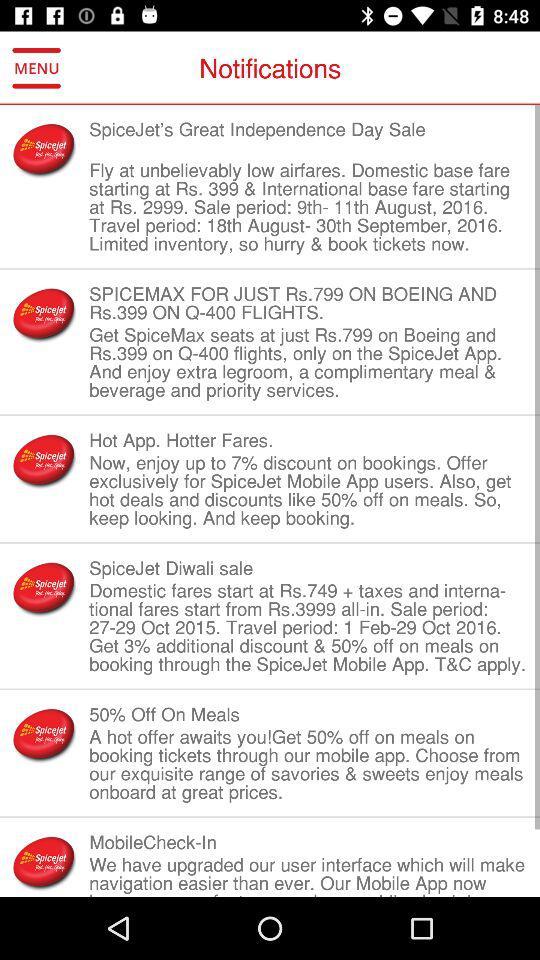  I want to click on icon next to 50 off on icon, so click(44, 733).